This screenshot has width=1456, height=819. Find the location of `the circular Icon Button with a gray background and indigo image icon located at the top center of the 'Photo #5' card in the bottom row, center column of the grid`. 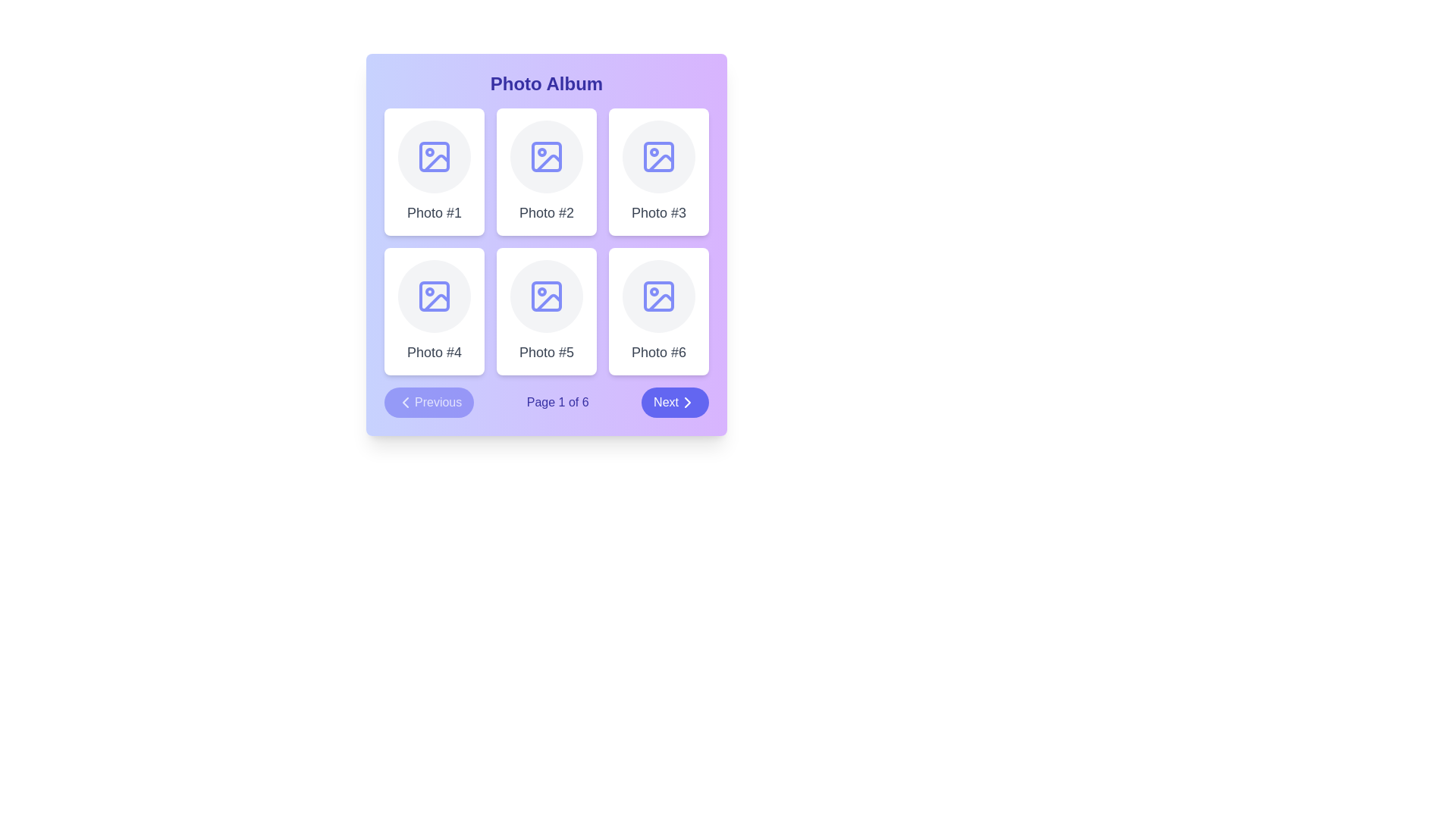

the circular Icon Button with a gray background and indigo image icon located at the top center of the 'Photo #5' card in the bottom row, center column of the grid is located at coordinates (546, 296).